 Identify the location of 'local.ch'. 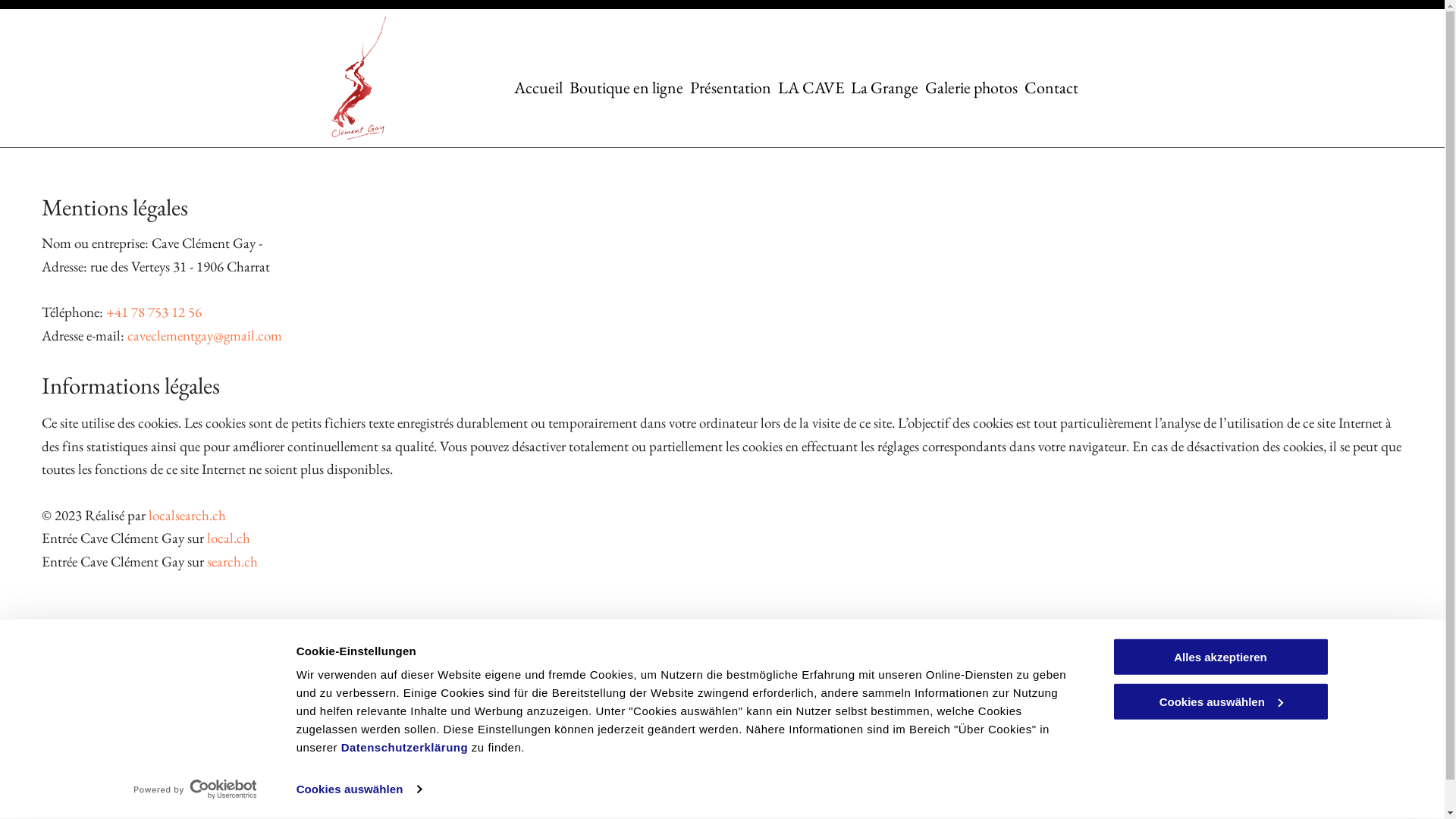
(227, 537).